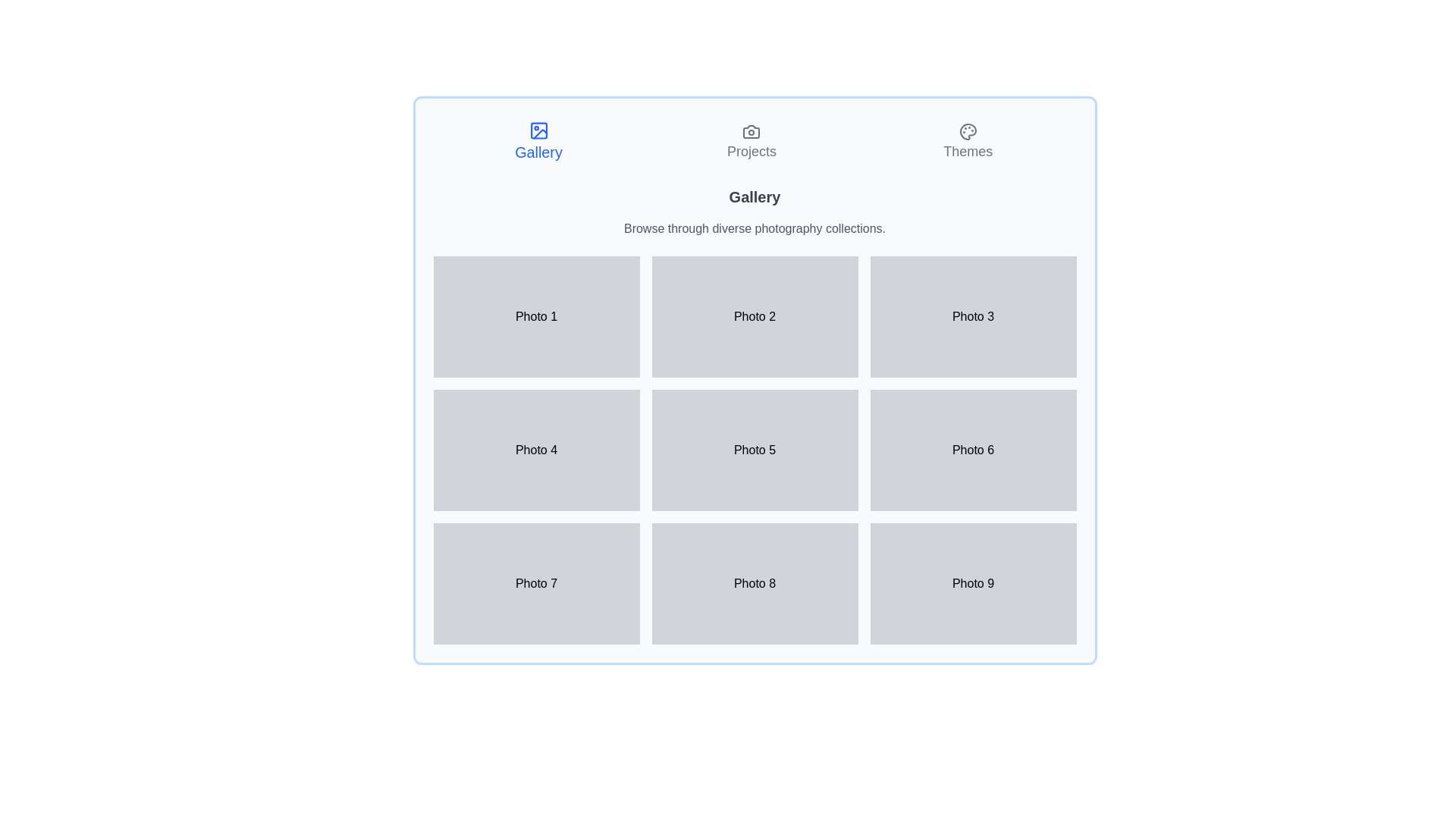 The image size is (1456, 819). Describe the element at coordinates (755, 450) in the screenshot. I see `the interactive image thumbnail labeled 'Photo 5'` at that location.